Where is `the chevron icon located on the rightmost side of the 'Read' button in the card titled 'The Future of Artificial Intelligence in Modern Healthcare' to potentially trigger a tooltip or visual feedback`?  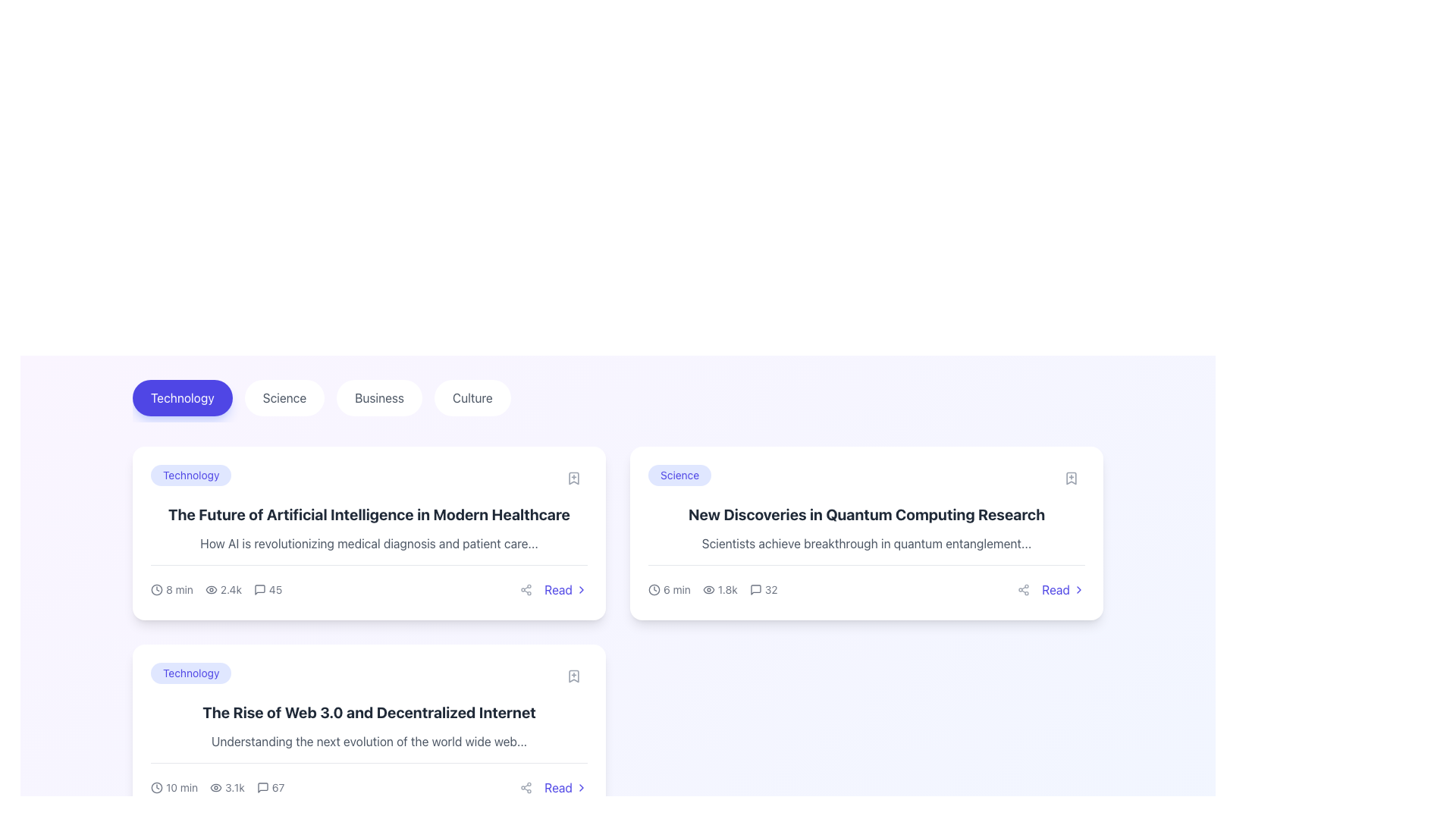
the chevron icon located on the rightmost side of the 'Read' button in the card titled 'The Future of Artificial Intelligence in Modern Healthcare' to potentially trigger a tooltip or visual feedback is located at coordinates (581, 589).